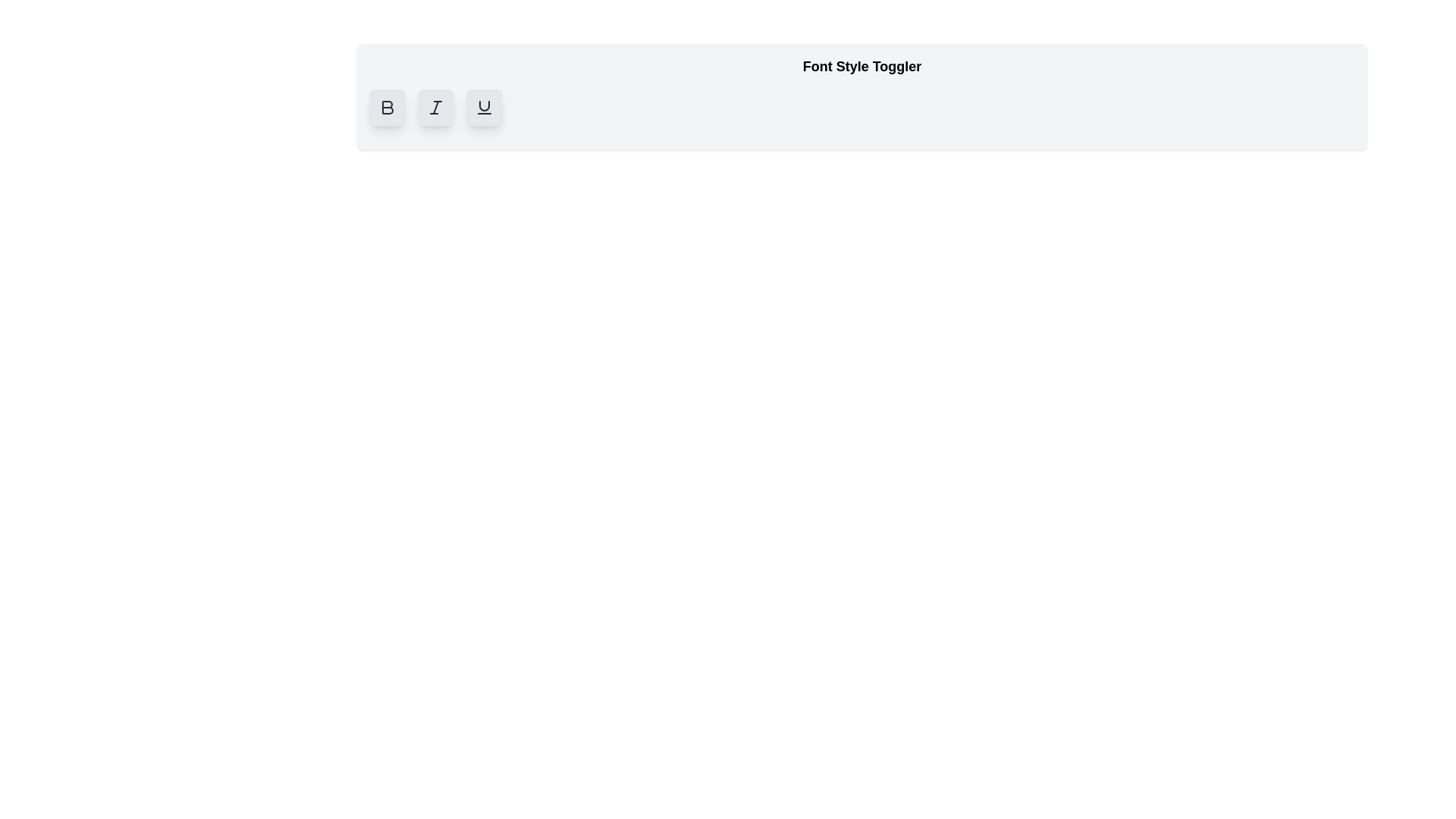 The height and width of the screenshot is (819, 1456). Describe the element at coordinates (483, 107) in the screenshot. I see `the button with an underline icon, which is the third button in a horizontal group of text style toggle buttons` at that location.